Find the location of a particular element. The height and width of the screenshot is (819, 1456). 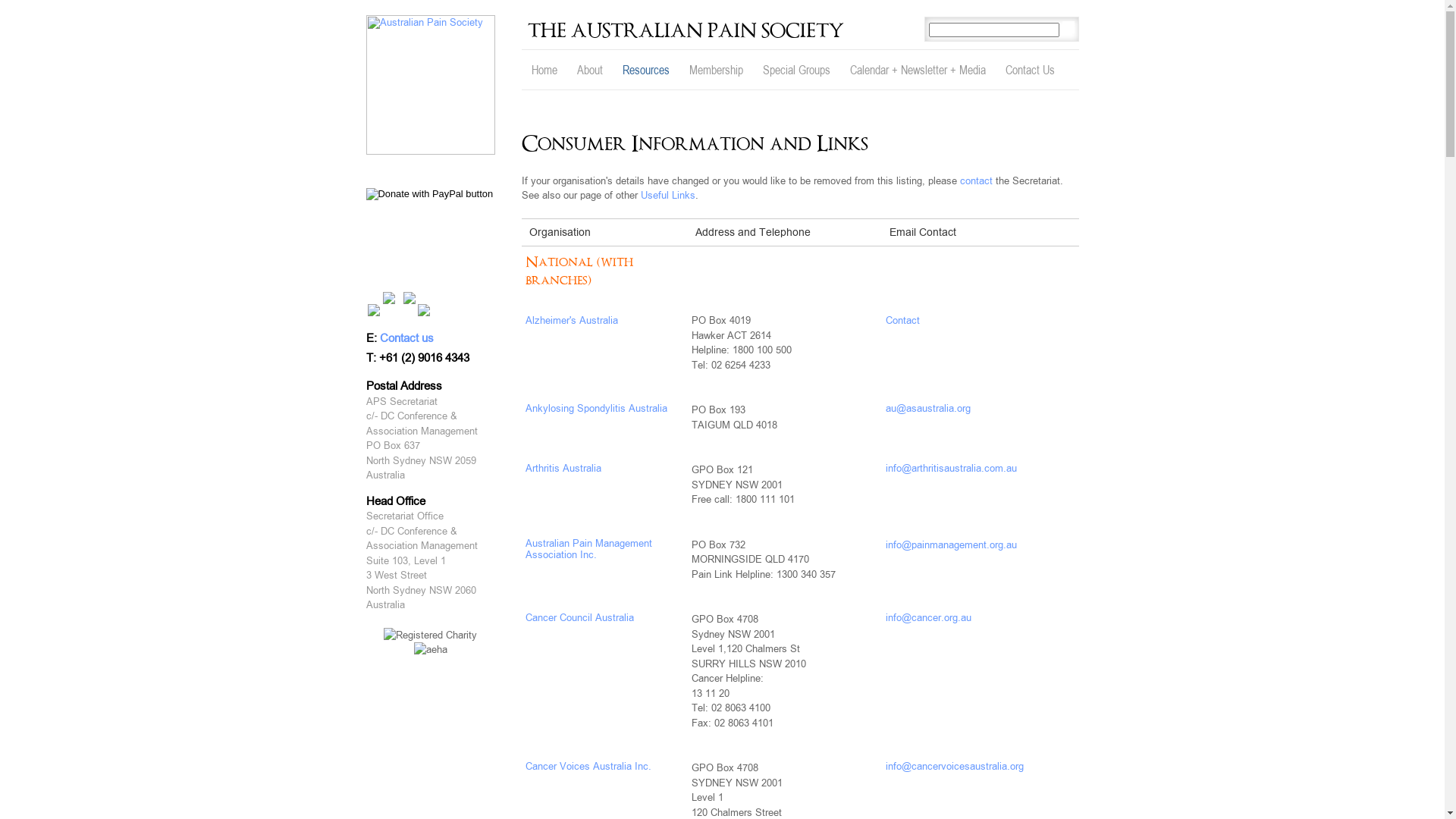

'Contact' is located at coordinates (902, 319).